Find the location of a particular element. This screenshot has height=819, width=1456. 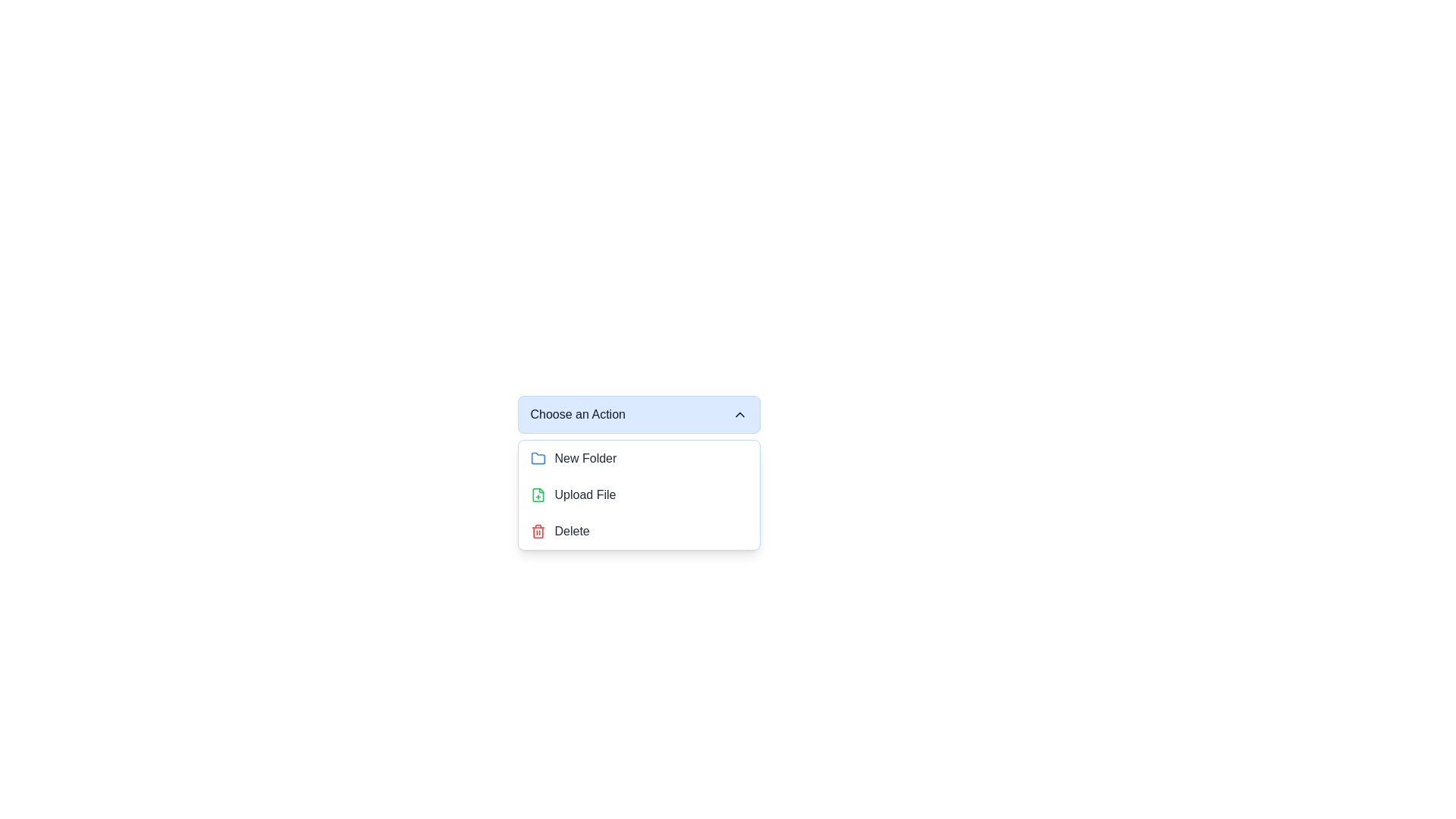

the green document icon with a plus sign, located to the left of the 'Upload File' text in the dropdown menu under 'Choose an Action' is located at coordinates (538, 494).